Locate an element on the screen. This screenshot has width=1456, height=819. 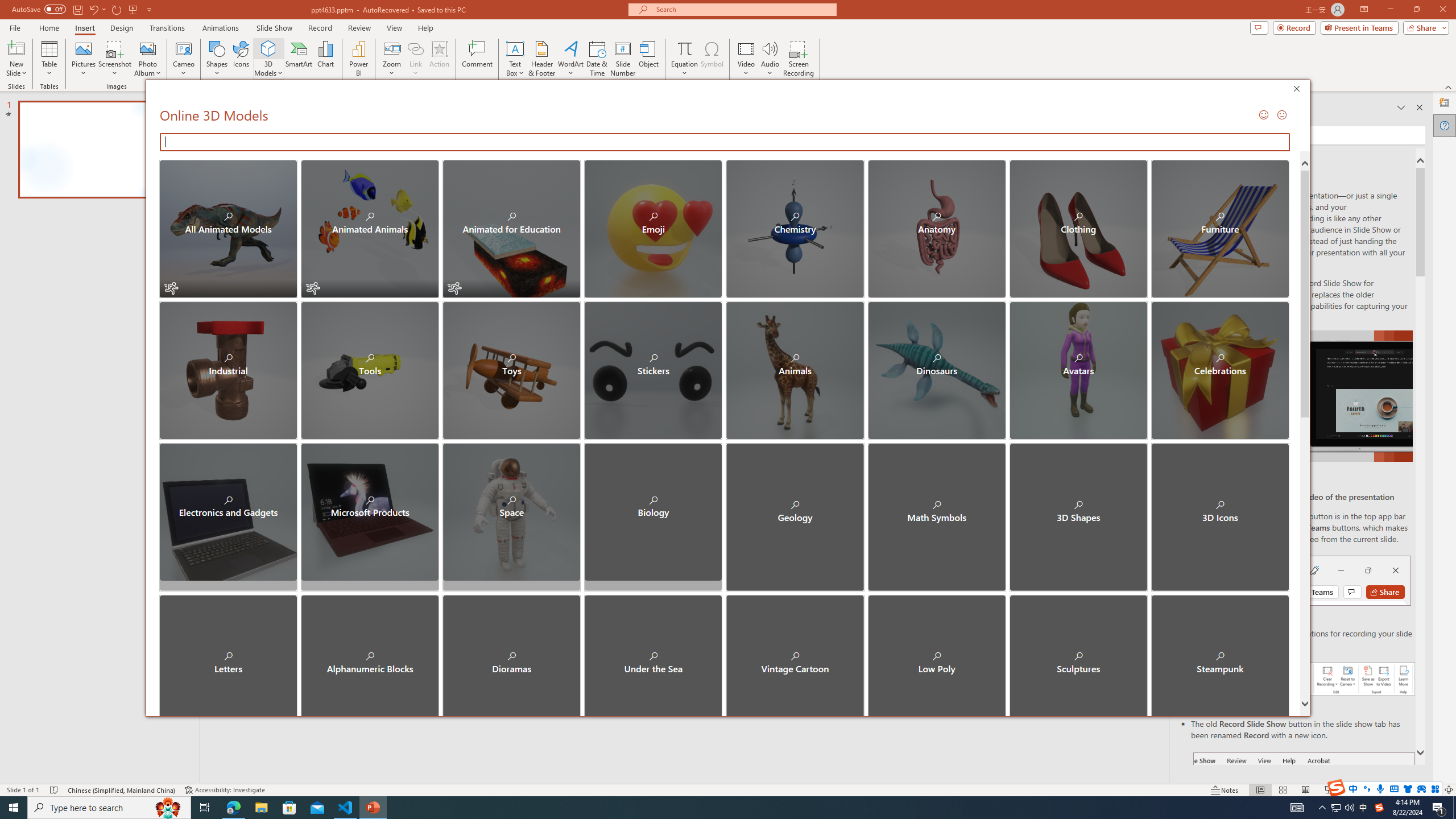
'Table' is located at coordinates (49, 59).